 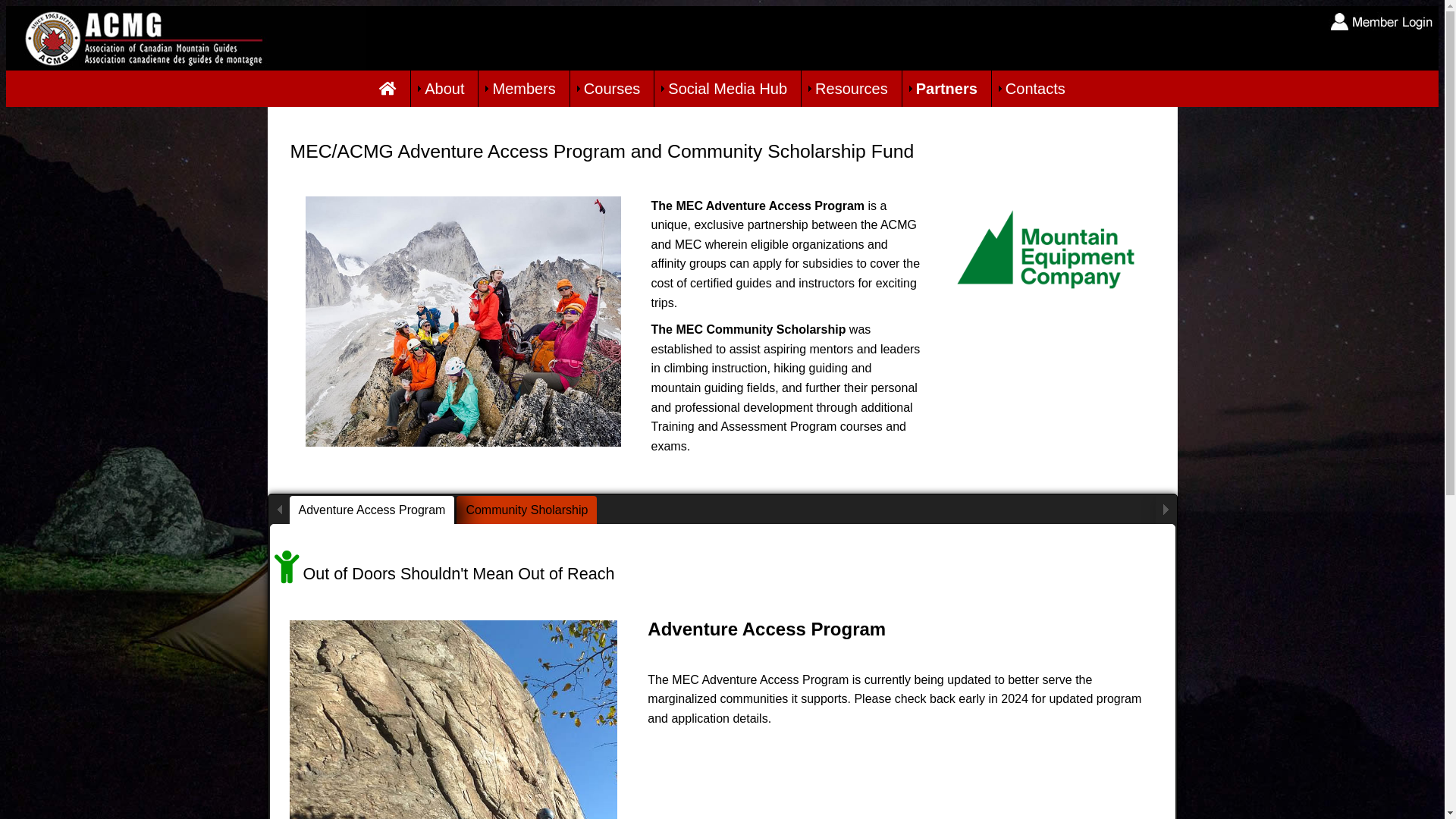 What do you see at coordinates (611, 88) in the screenshot?
I see `'Courses'` at bounding box center [611, 88].